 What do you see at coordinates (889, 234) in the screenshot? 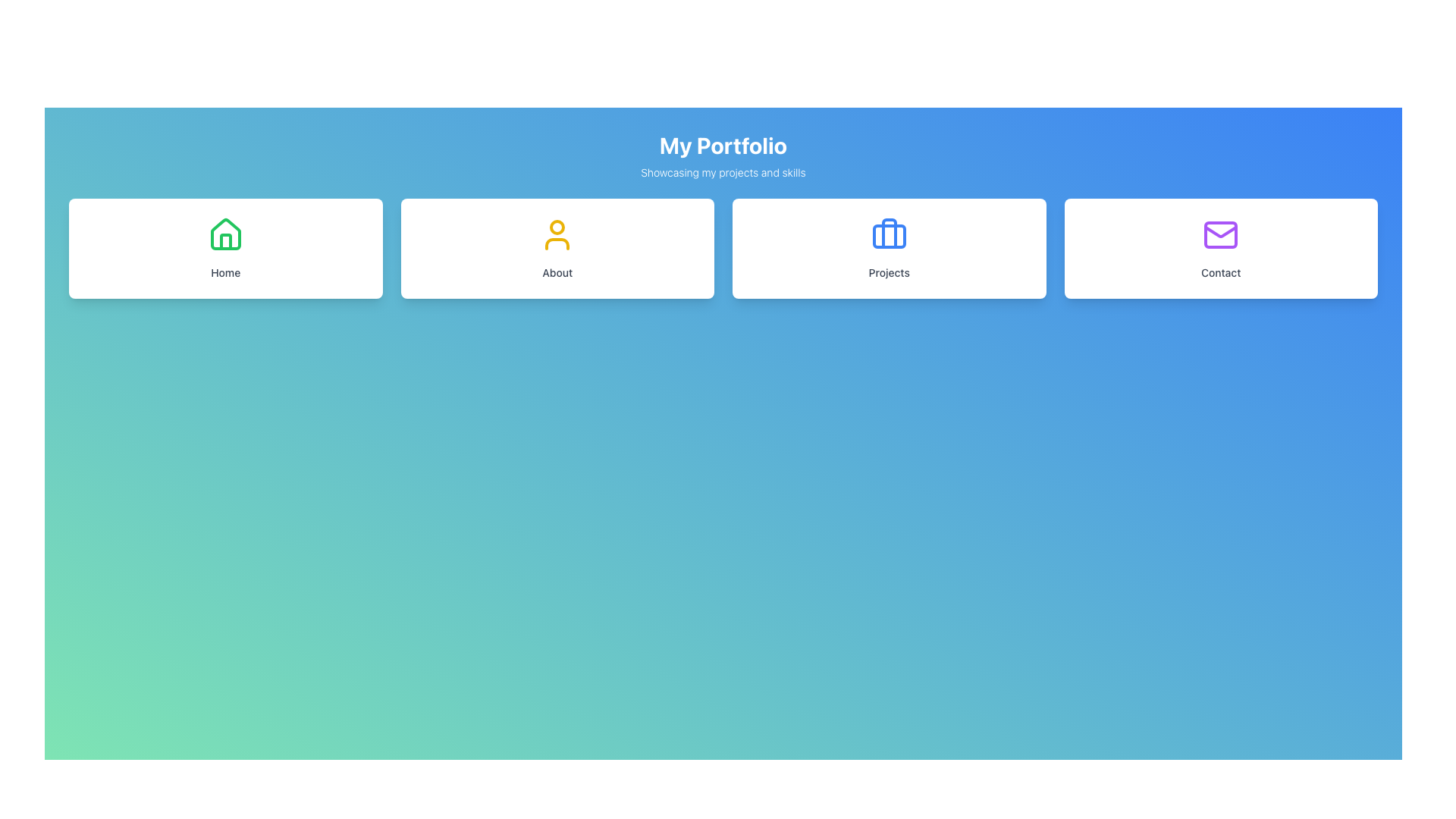
I see `the blue briefcase icon located in the 'Projects' section, which is the third card from the left, centered above the 'Projects' text` at bounding box center [889, 234].